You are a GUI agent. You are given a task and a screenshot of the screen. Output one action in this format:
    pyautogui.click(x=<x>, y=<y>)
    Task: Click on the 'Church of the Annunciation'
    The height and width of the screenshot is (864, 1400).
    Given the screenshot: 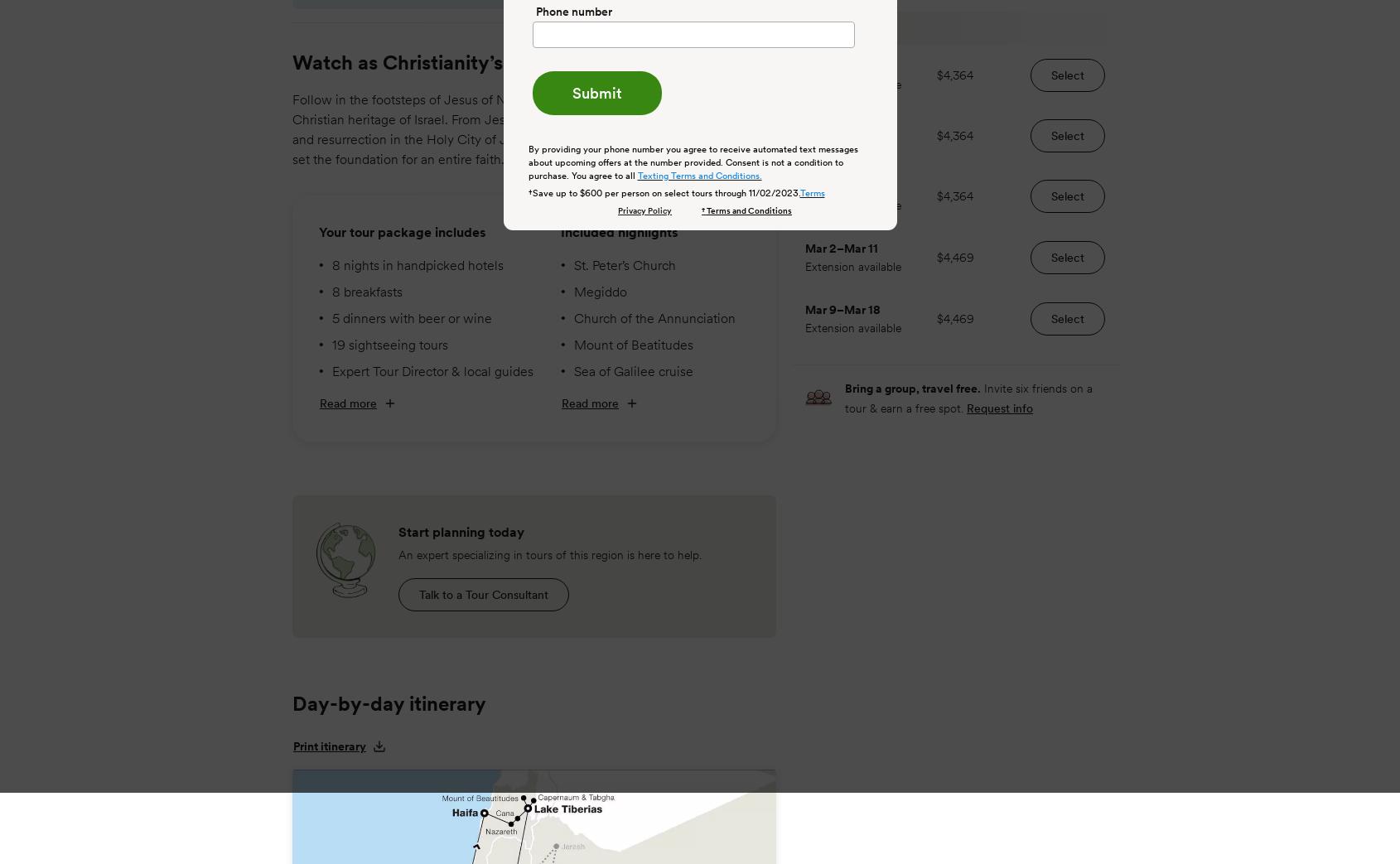 What is the action you would take?
    pyautogui.click(x=654, y=316)
    